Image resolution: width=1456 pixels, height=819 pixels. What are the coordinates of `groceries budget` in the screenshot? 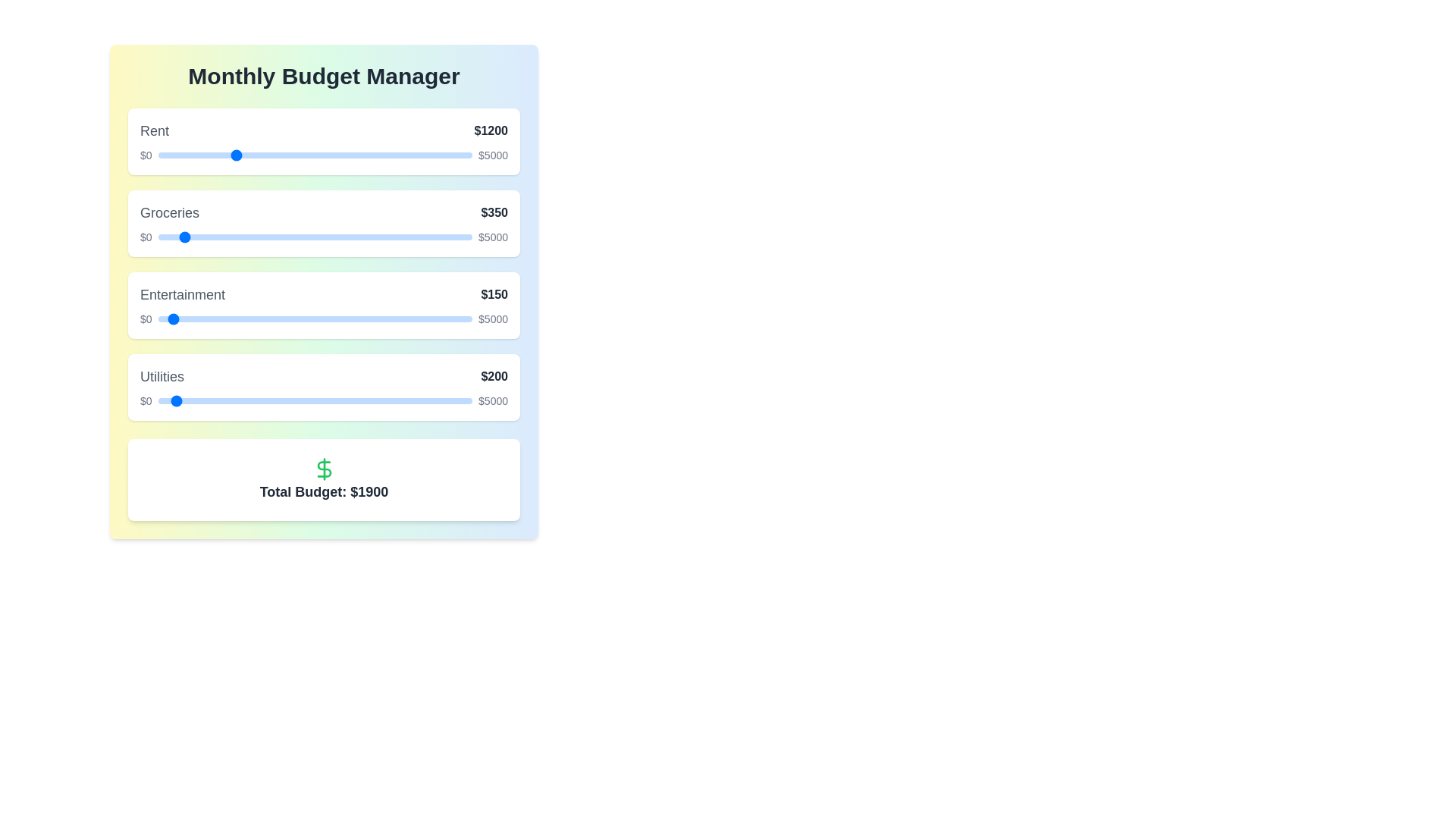 It's located at (315, 237).